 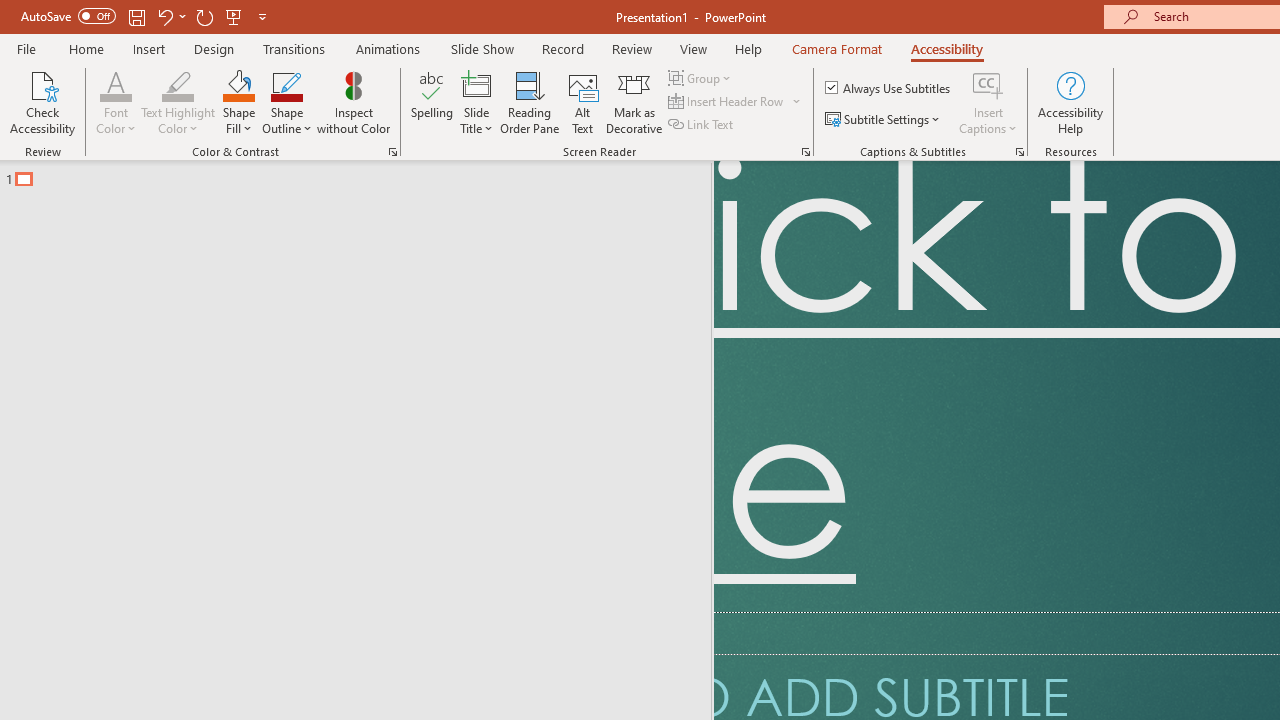 I want to click on 'Accessibility', so click(x=946, y=48).